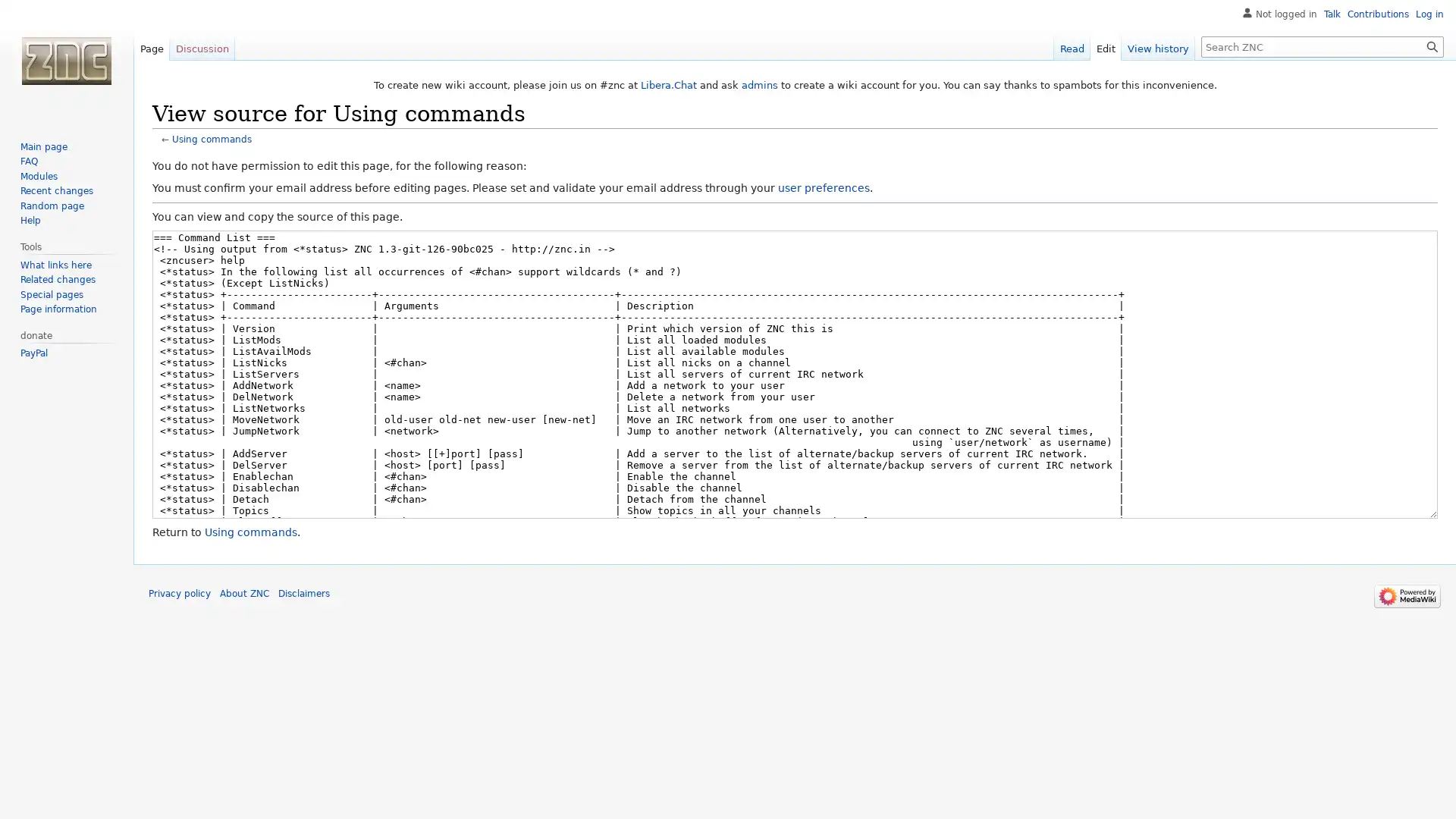 The height and width of the screenshot is (819, 1456). Describe the element at coordinates (1432, 45) in the screenshot. I see `Search` at that location.